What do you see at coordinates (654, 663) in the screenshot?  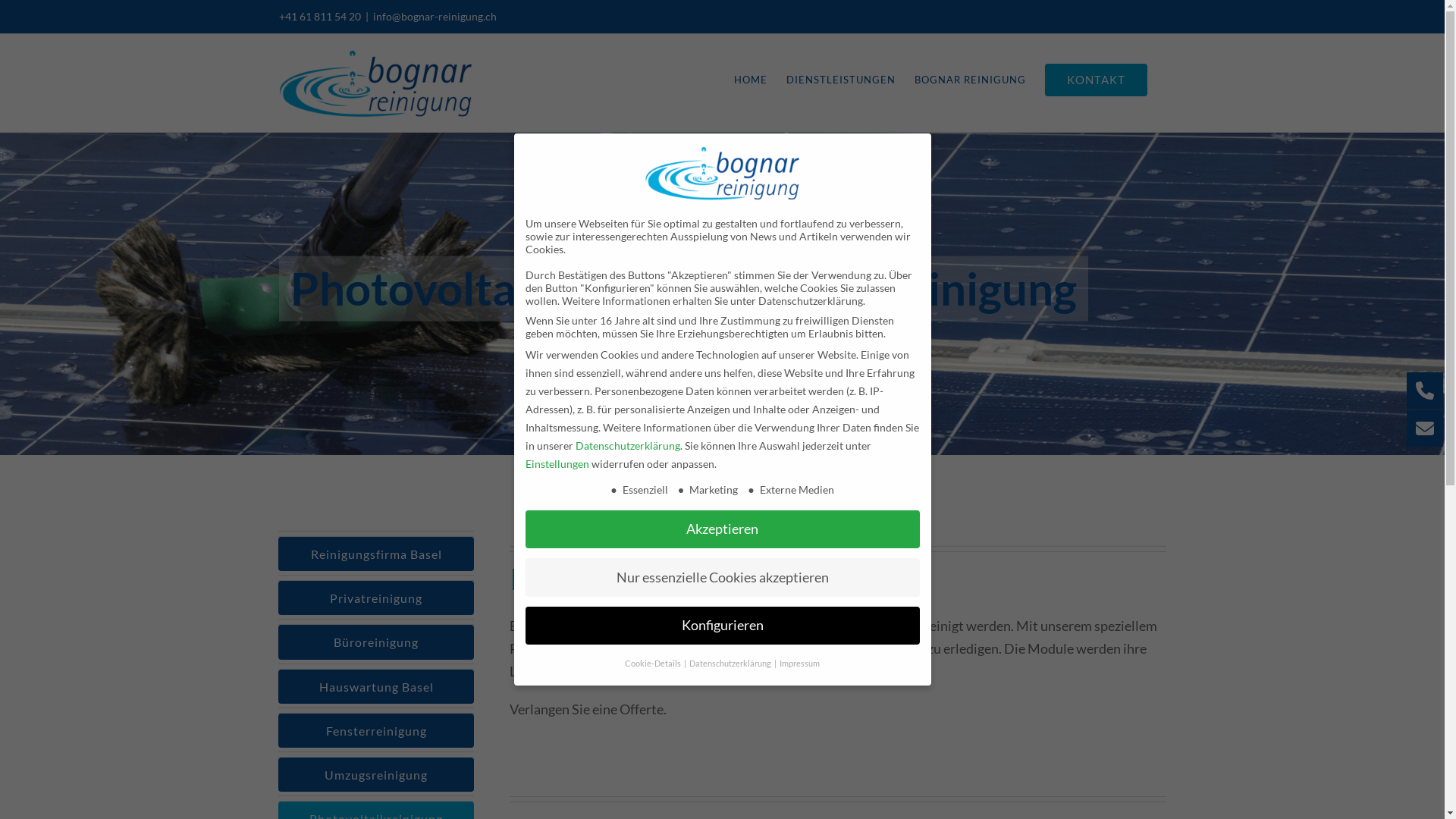 I see `'Cookie-Details'` at bounding box center [654, 663].